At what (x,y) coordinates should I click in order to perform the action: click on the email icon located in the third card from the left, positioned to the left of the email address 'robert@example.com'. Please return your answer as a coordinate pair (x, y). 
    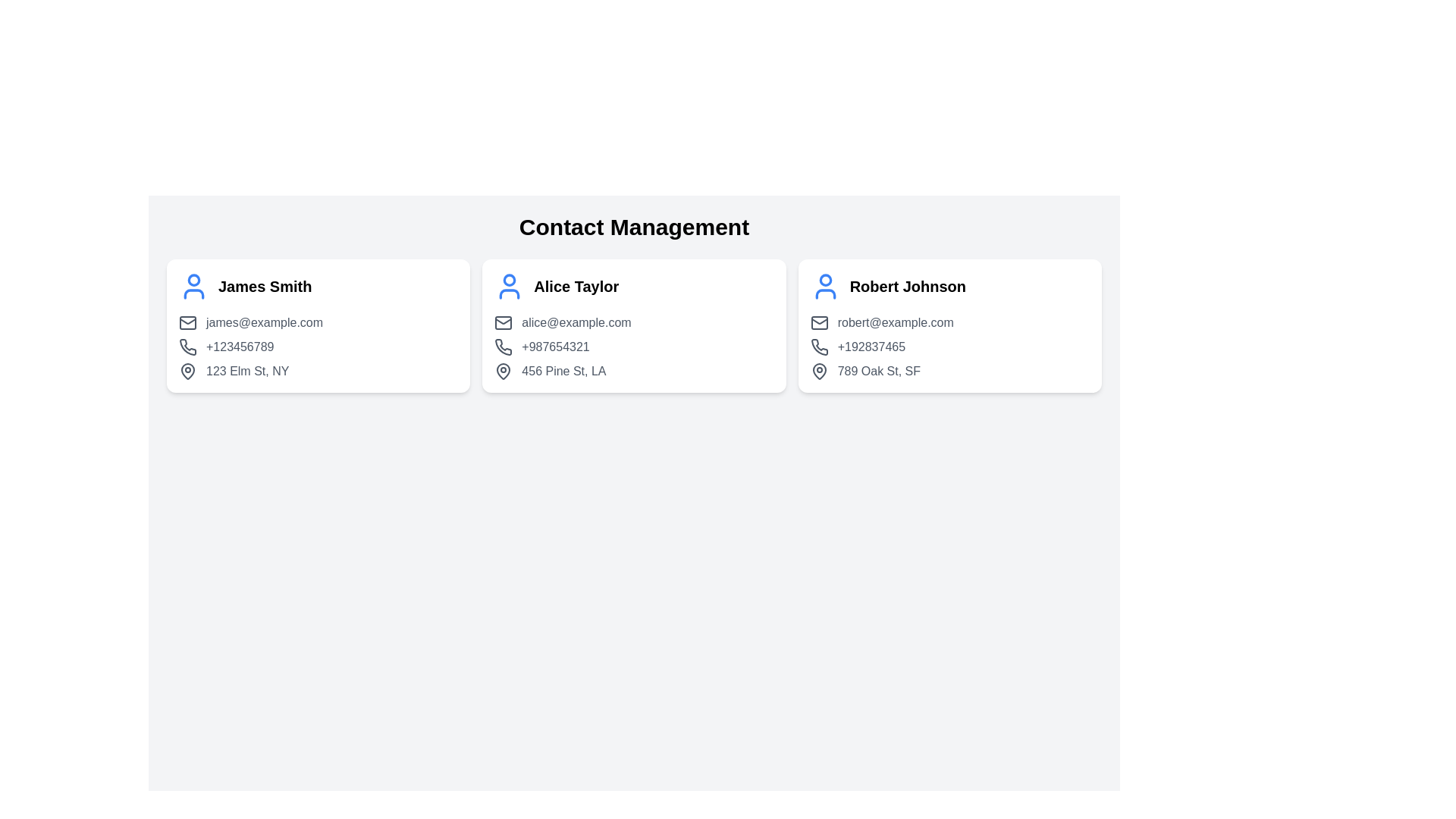
    Looking at the image, I should click on (818, 322).